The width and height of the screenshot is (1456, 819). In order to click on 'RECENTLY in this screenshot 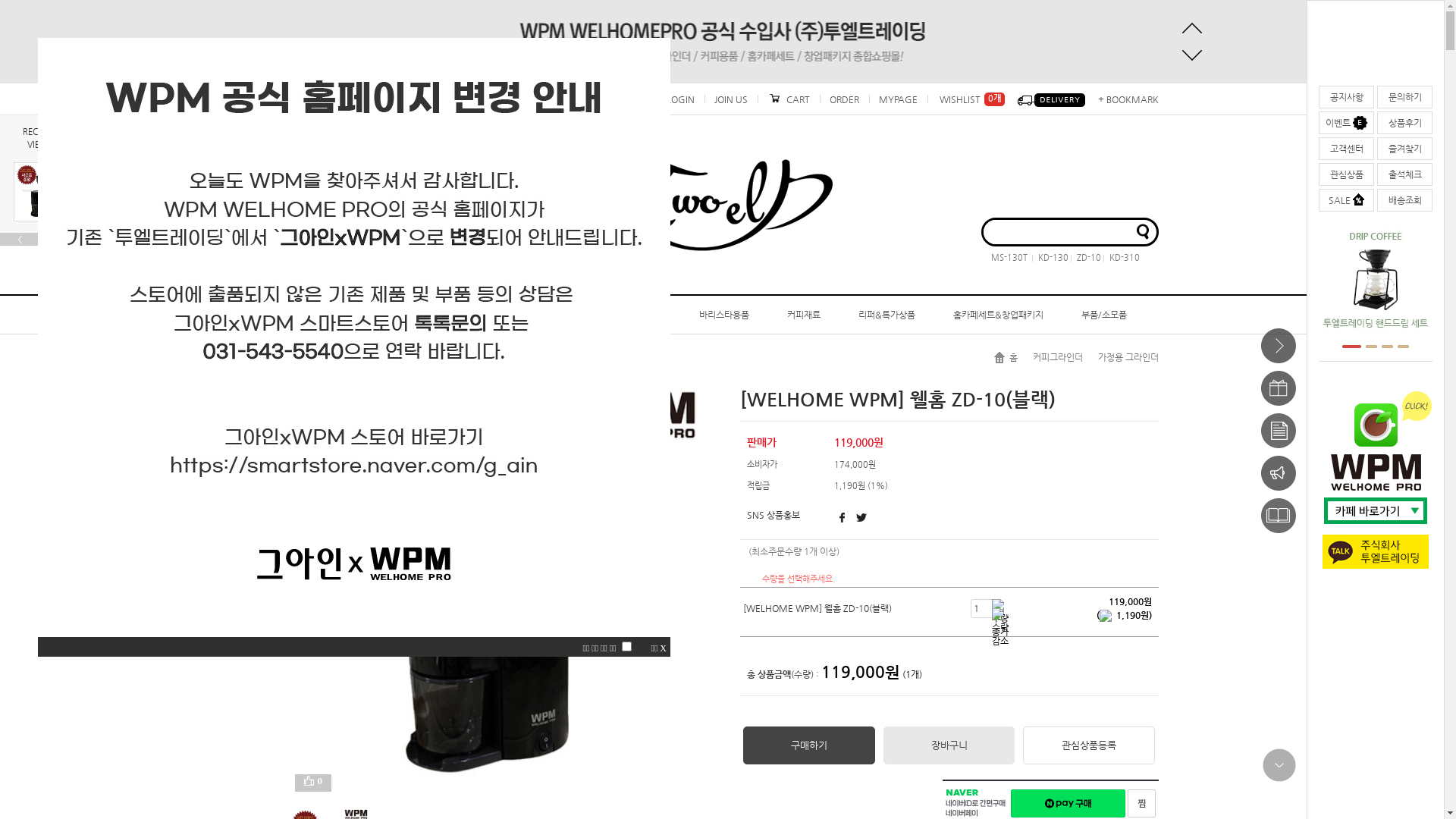, I will do `click(42, 137)`.